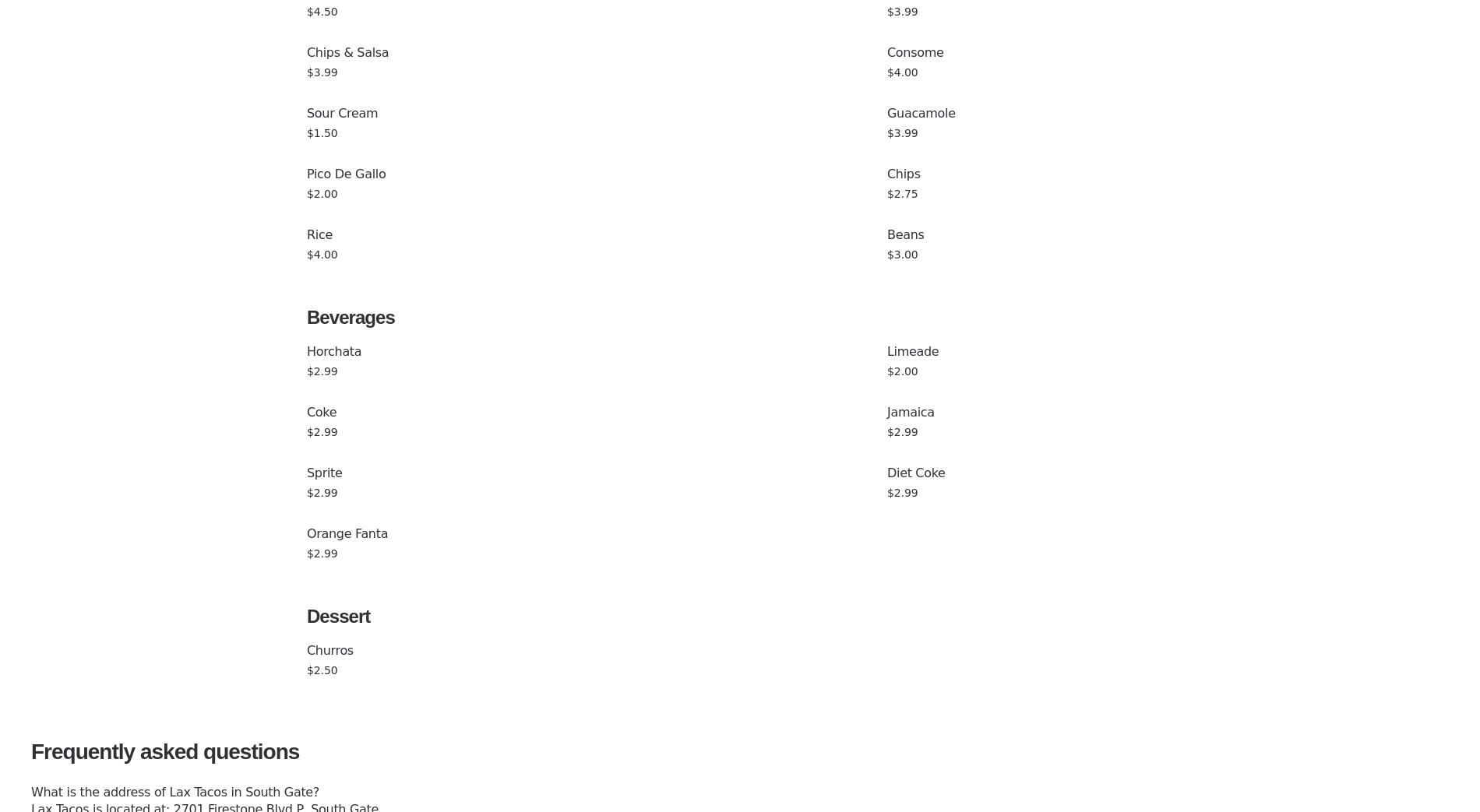 The height and width of the screenshot is (812, 1480). What do you see at coordinates (174, 792) in the screenshot?
I see `'What is the address of Lax Tacos in South Gate?'` at bounding box center [174, 792].